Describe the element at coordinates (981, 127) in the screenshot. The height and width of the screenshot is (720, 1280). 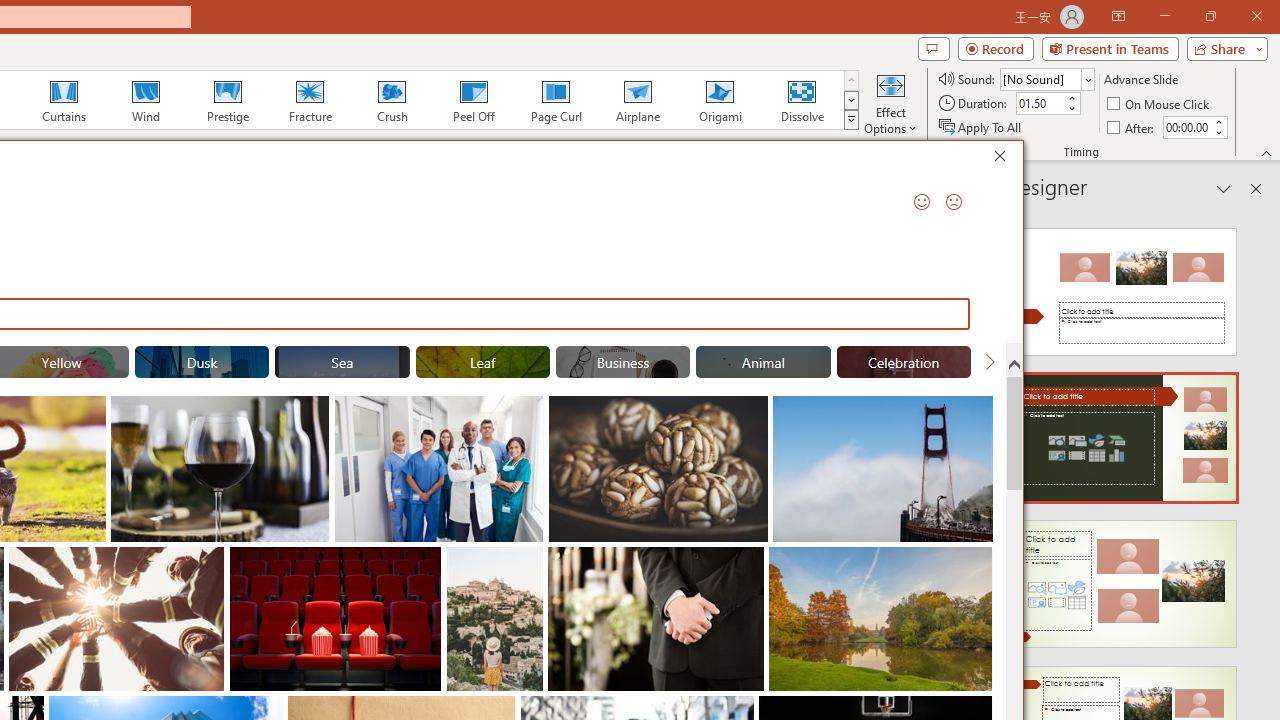
I see `'Apply To All'` at that location.